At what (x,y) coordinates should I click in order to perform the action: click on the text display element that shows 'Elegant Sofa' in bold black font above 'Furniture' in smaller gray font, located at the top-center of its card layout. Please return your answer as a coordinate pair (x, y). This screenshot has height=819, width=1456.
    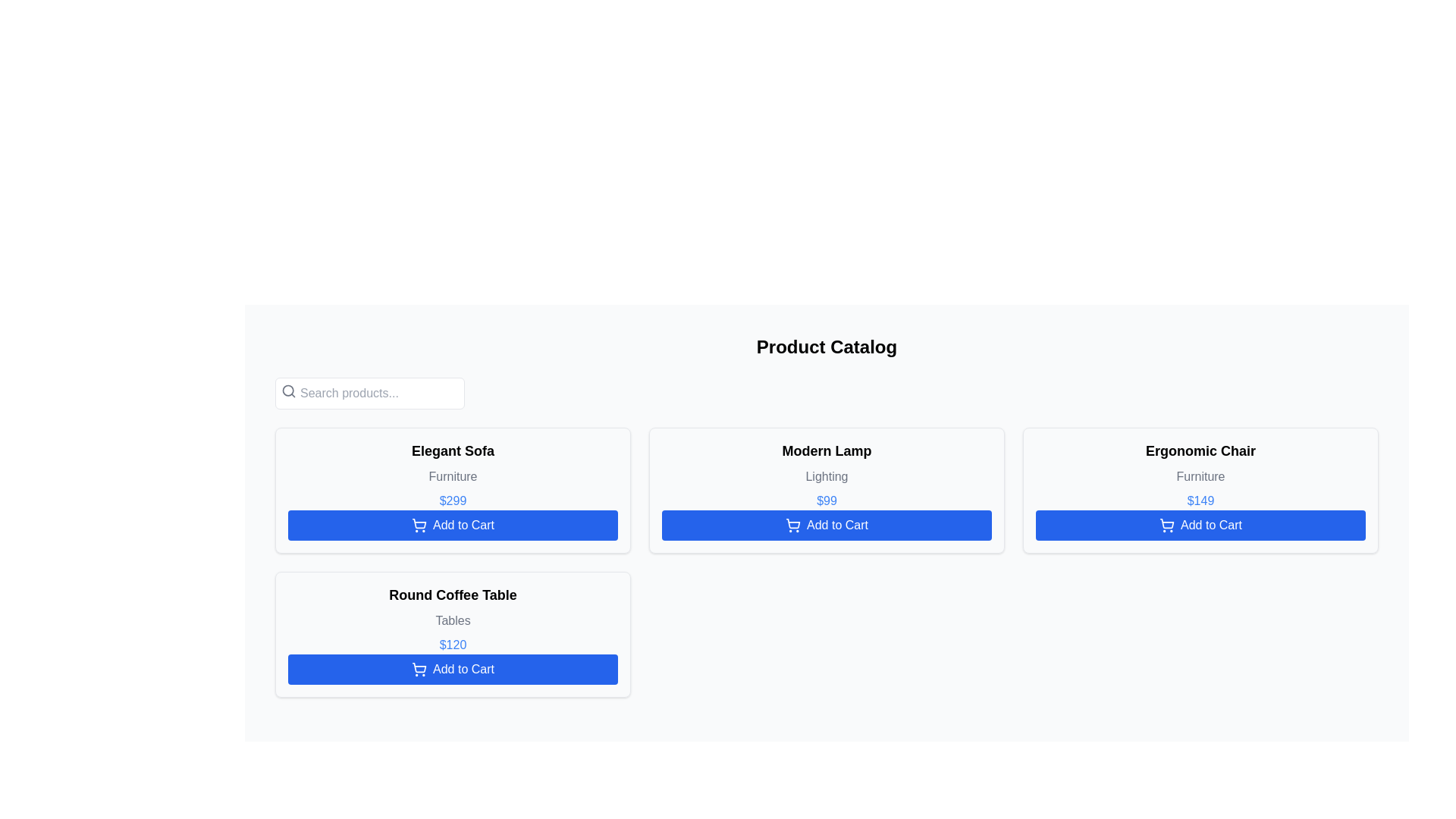
    Looking at the image, I should click on (452, 462).